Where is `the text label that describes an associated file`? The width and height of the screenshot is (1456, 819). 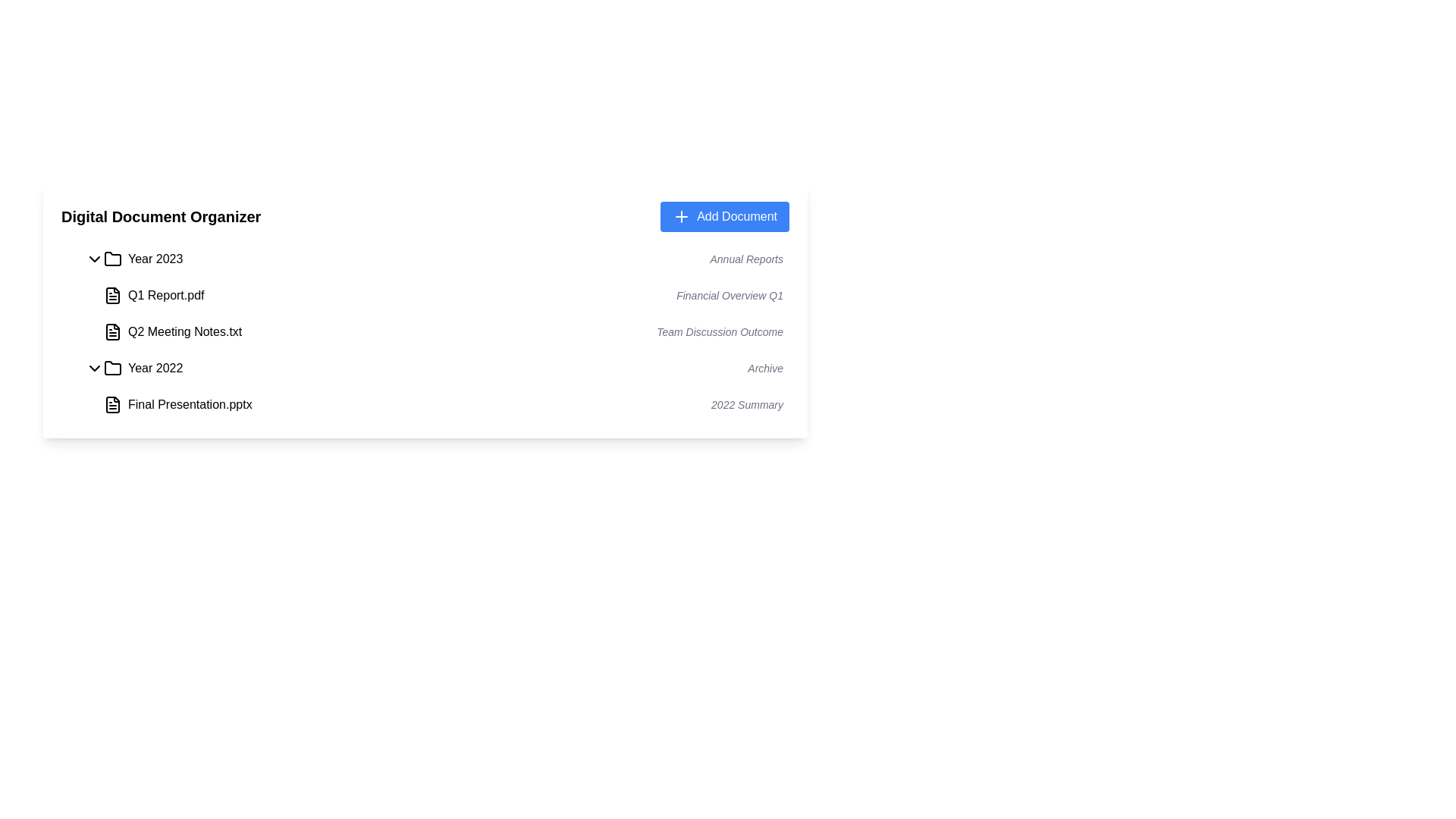
the text label that describes an associated file is located at coordinates (189, 403).